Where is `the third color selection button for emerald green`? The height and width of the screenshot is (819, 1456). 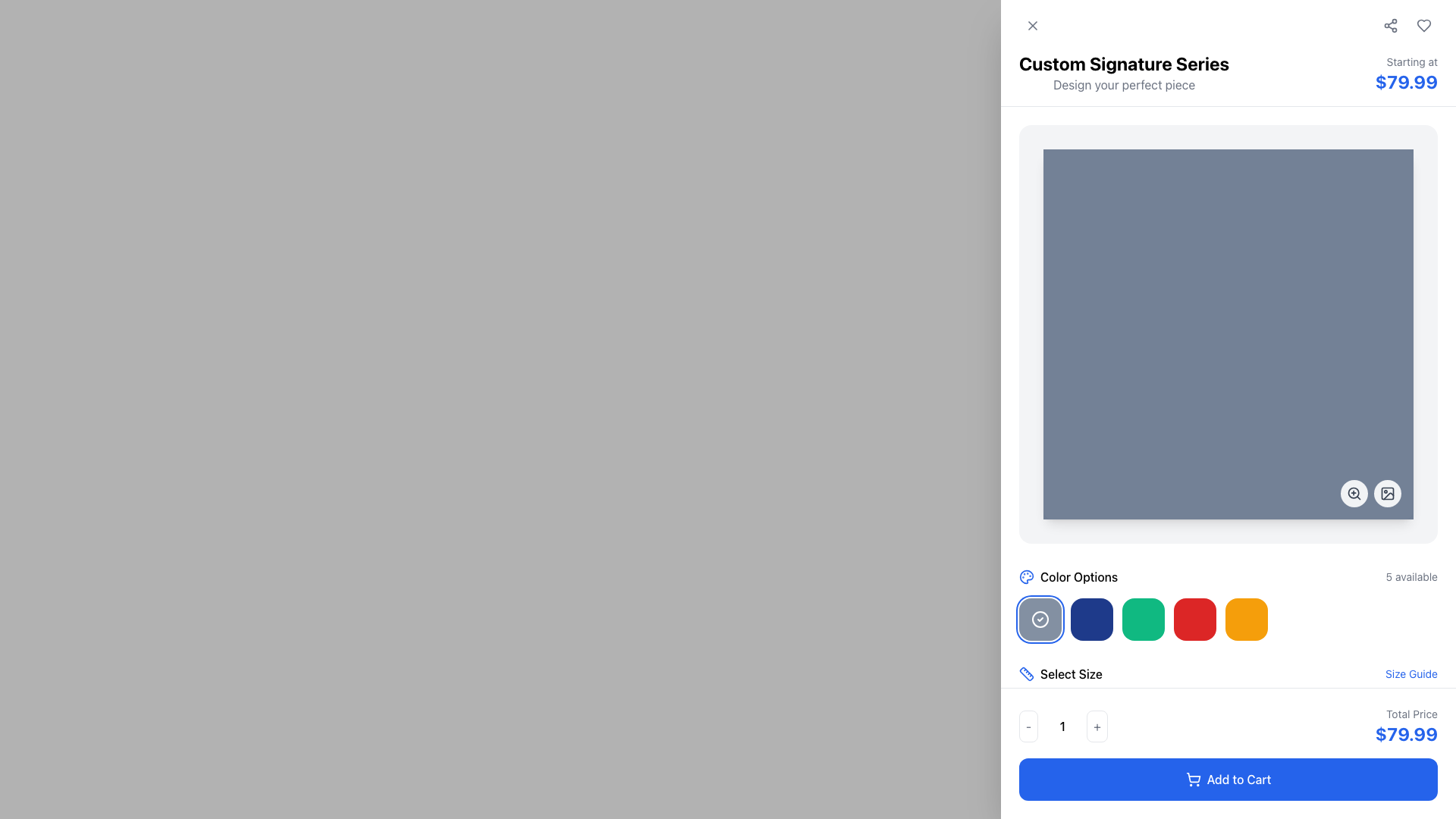 the third color selection button for emerald green is located at coordinates (1143, 620).